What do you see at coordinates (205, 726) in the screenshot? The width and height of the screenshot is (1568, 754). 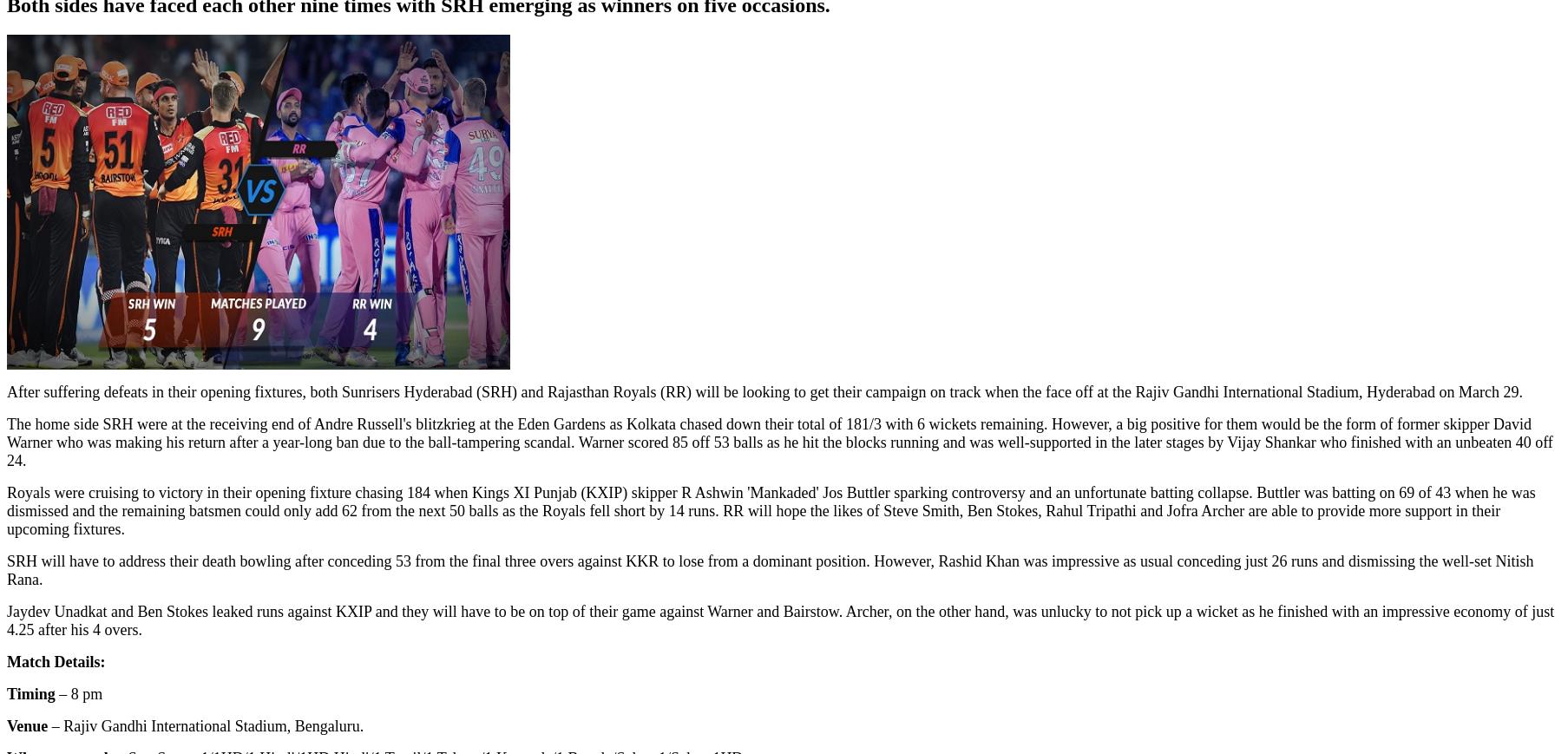 I see `'– Rajiv Gandhi International Stadium, Bengaluru.'` at bounding box center [205, 726].